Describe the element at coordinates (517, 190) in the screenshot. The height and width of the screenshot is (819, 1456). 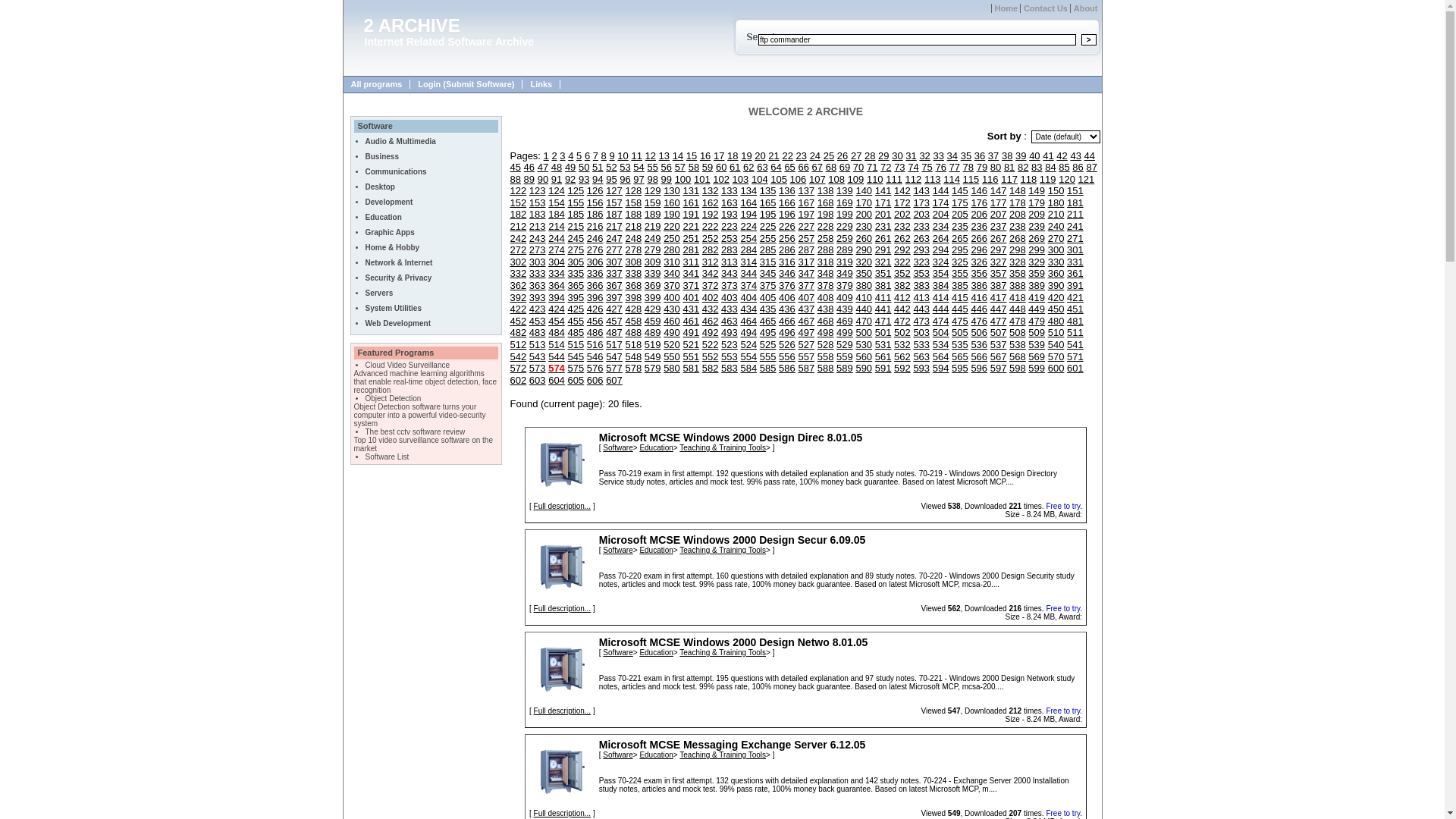
I see `'122'` at that location.